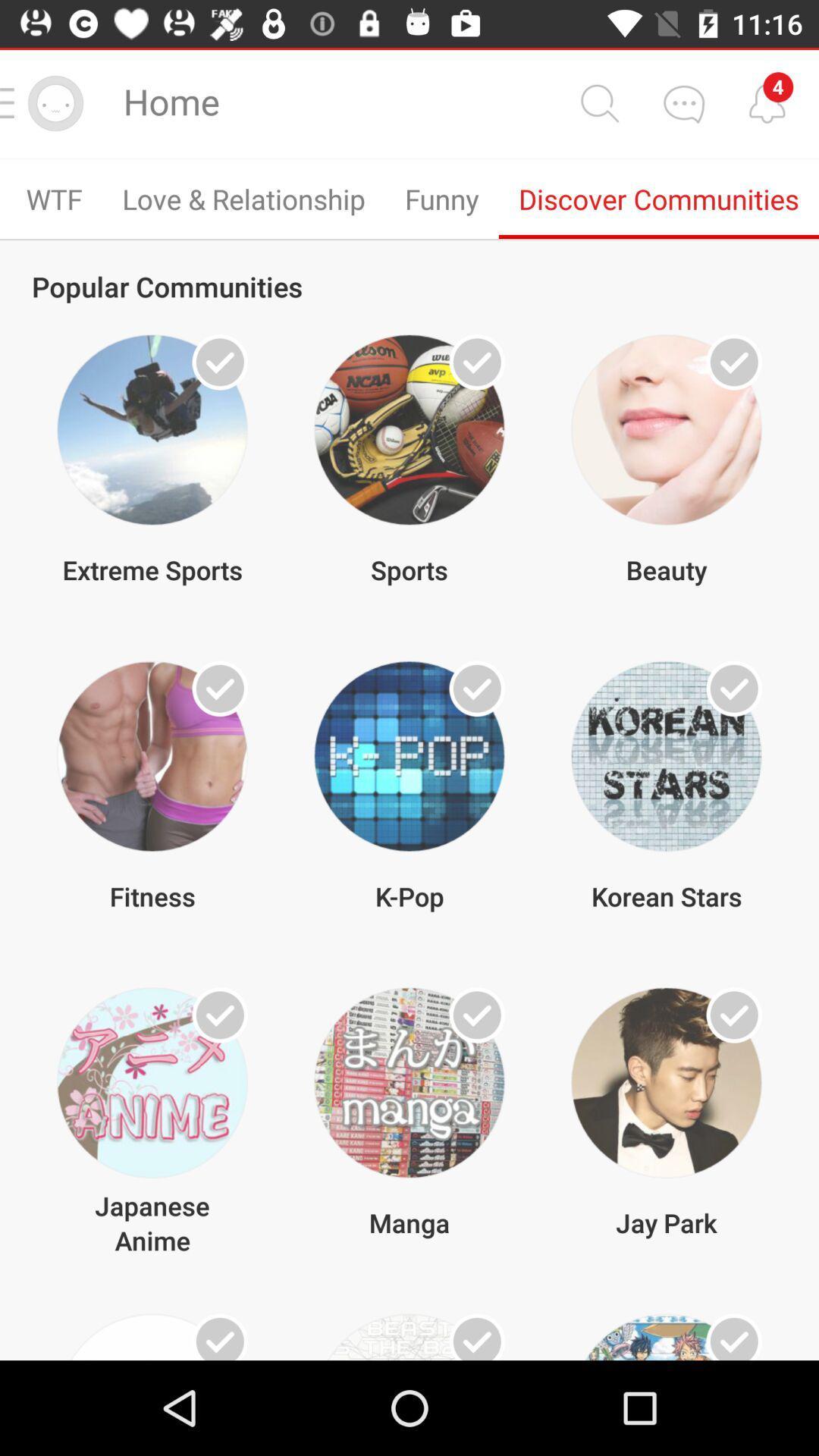  What do you see at coordinates (220, 1337) in the screenshot?
I see `communitie` at bounding box center [220, 1337].